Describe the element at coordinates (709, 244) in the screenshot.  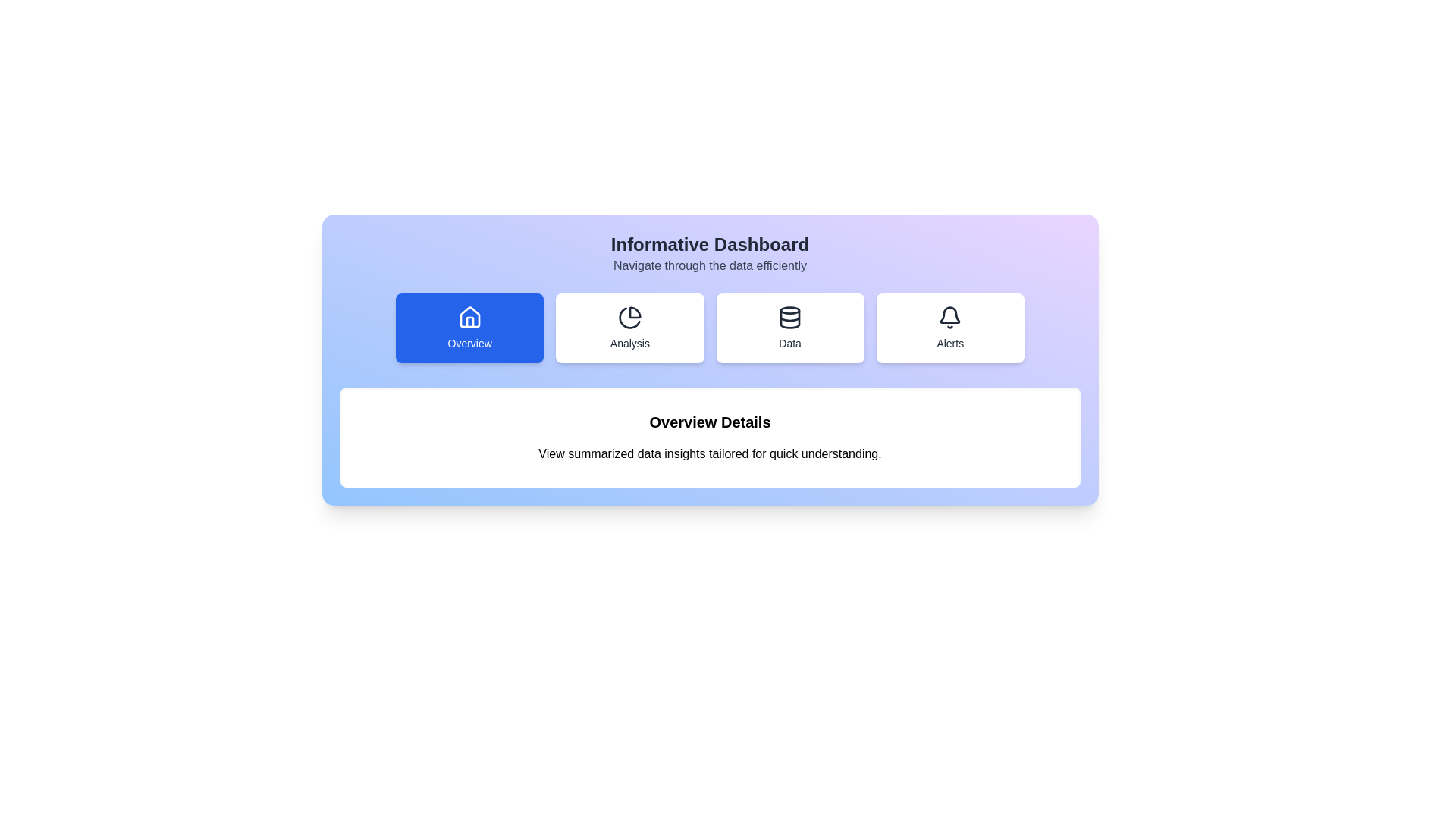
I see `the 'Informative Dashboard' title at the top-center of the header section to trigger possible visual effects` at that location.